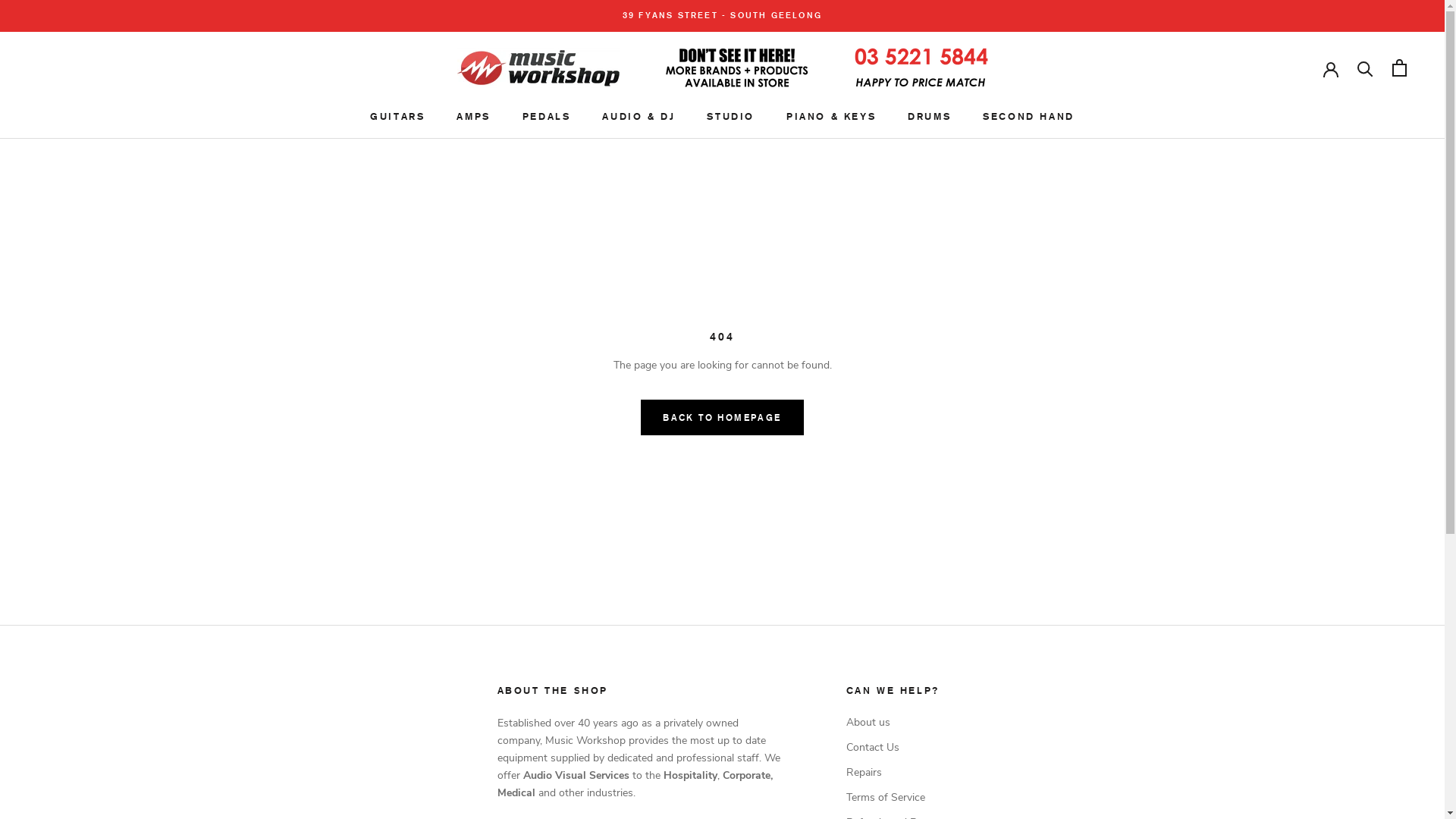  Describe the element at coordinates (546, 115) in the screenshot. I see `'PEDALS'` at that location.